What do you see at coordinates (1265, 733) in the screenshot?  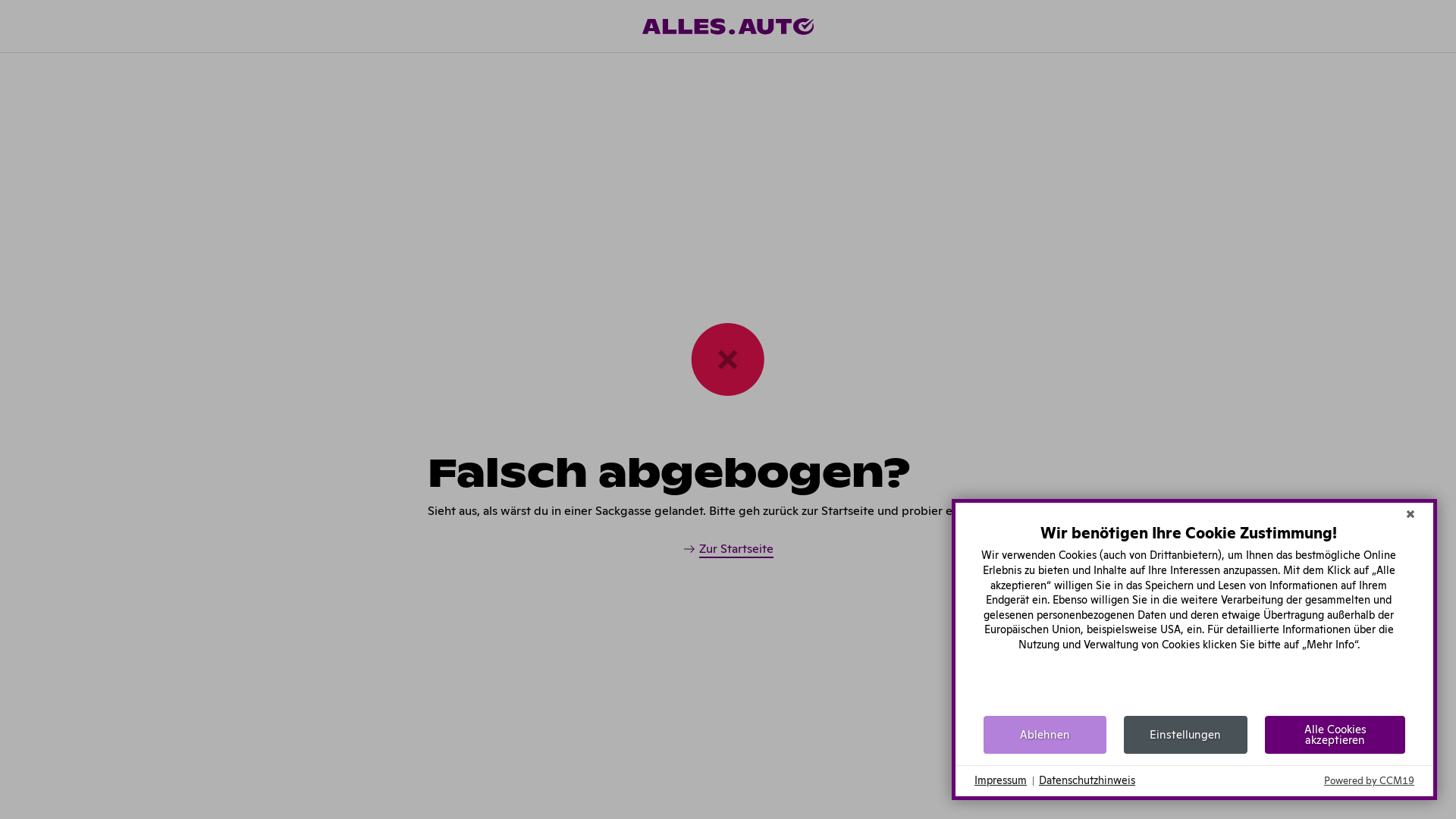 I see `'Alle Cookies akzeptieren'` at bounding box center [1265, 733].